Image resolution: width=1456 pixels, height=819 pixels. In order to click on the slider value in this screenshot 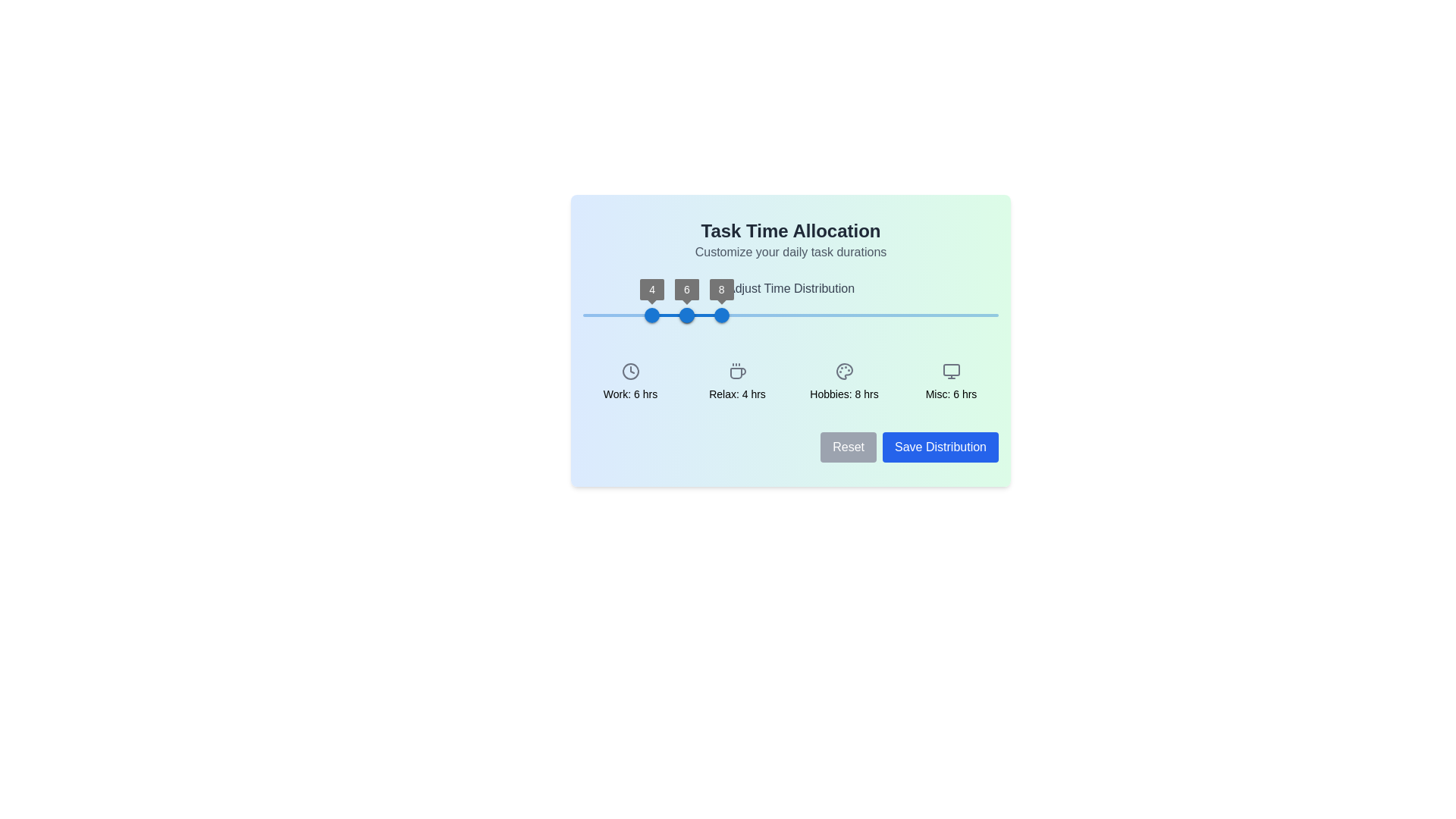, I will do `click(661, 315)`.